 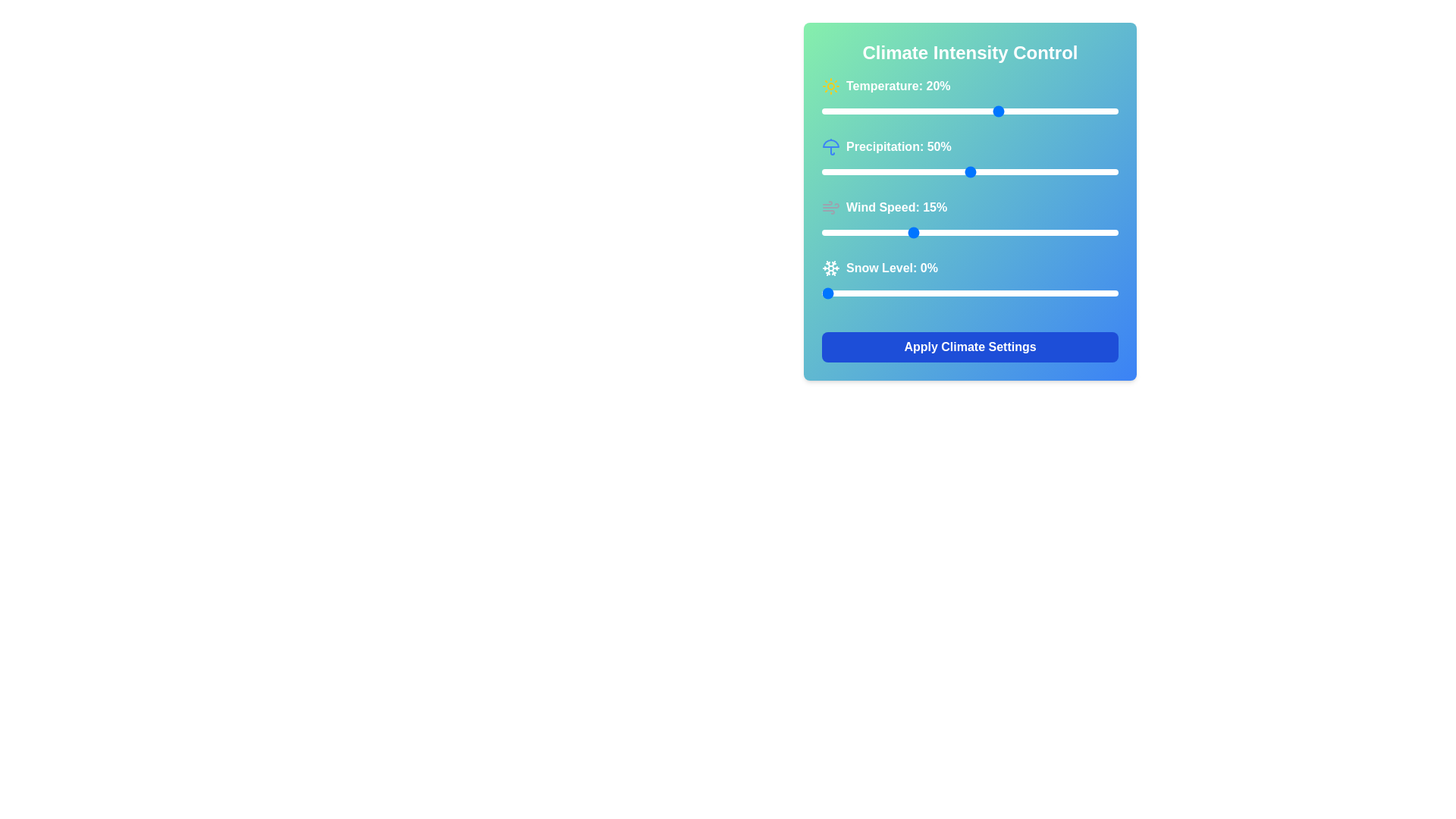 I want to click on the snow level, so click(x=857, y=293).